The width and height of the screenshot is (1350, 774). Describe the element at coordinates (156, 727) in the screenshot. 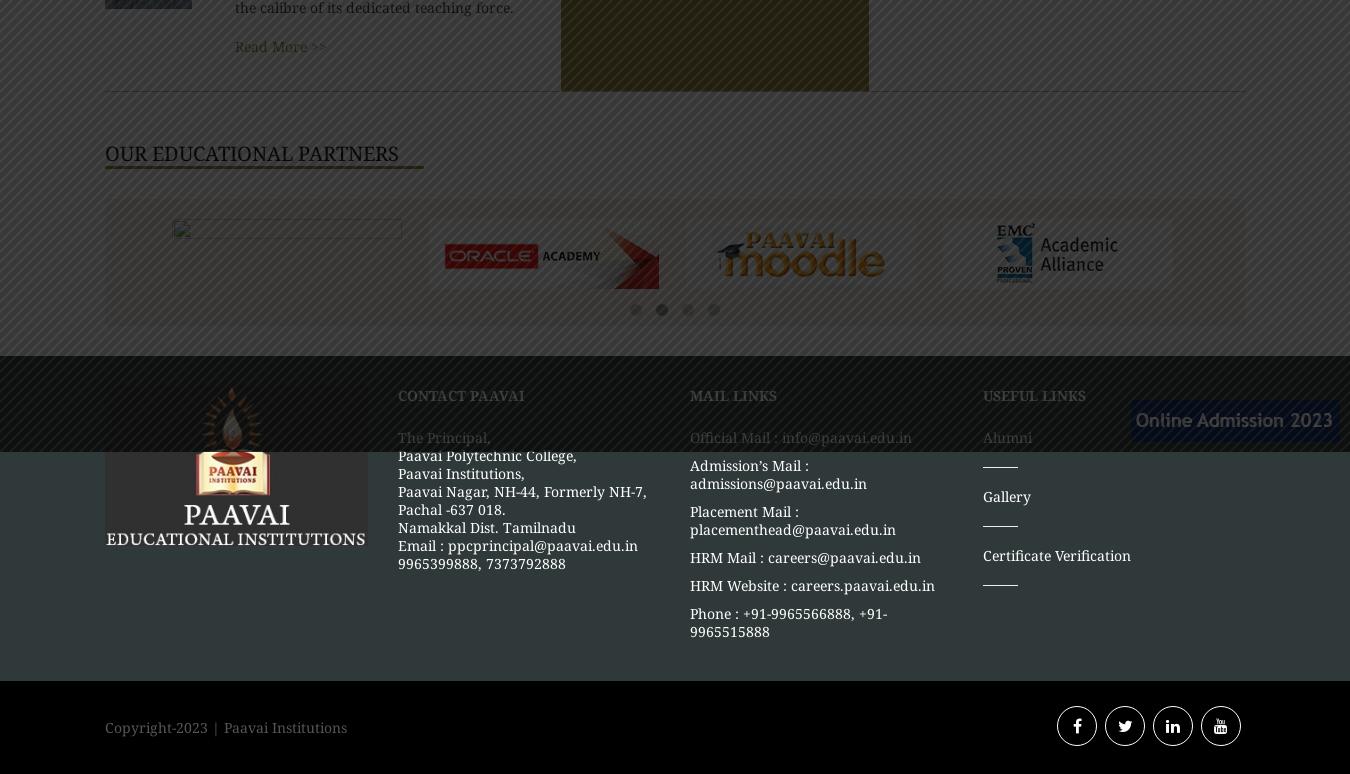

I see `'Copyright-2023'` at that location.